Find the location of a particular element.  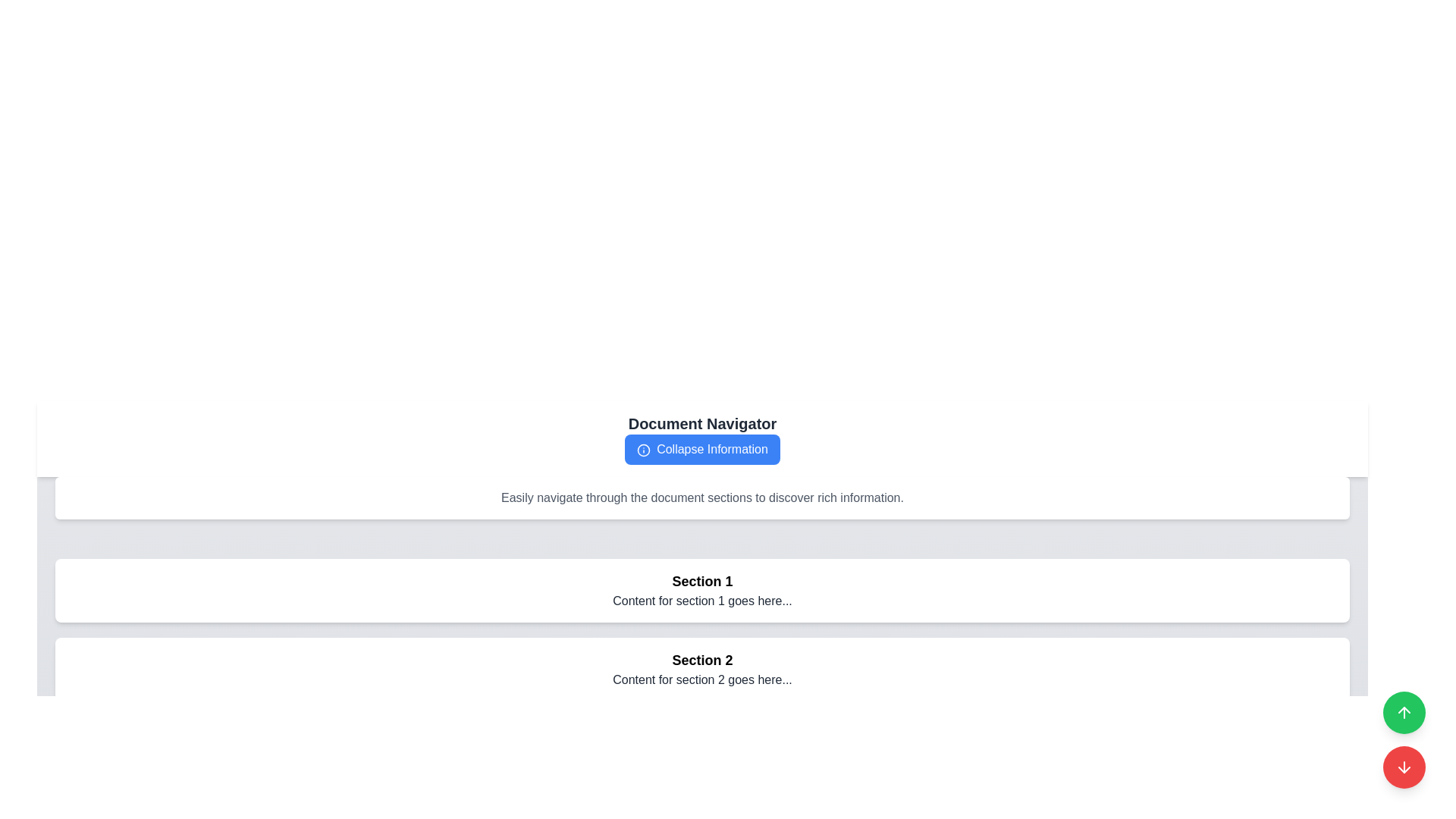

the circular green button with a white upward arrow icon is located at coordinates (1404, 713).